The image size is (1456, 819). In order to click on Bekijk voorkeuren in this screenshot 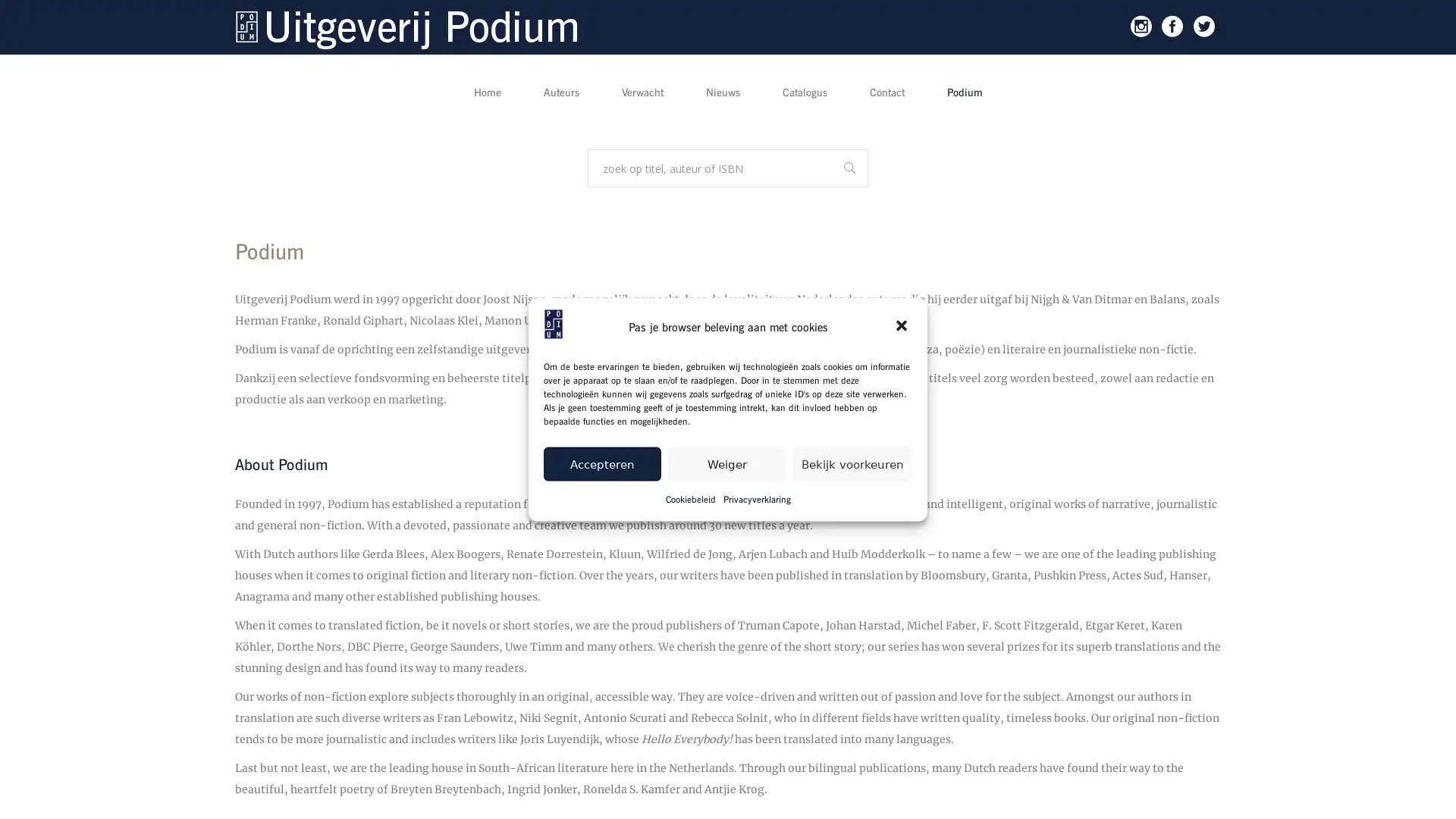, I will do `click(852, 463)`.